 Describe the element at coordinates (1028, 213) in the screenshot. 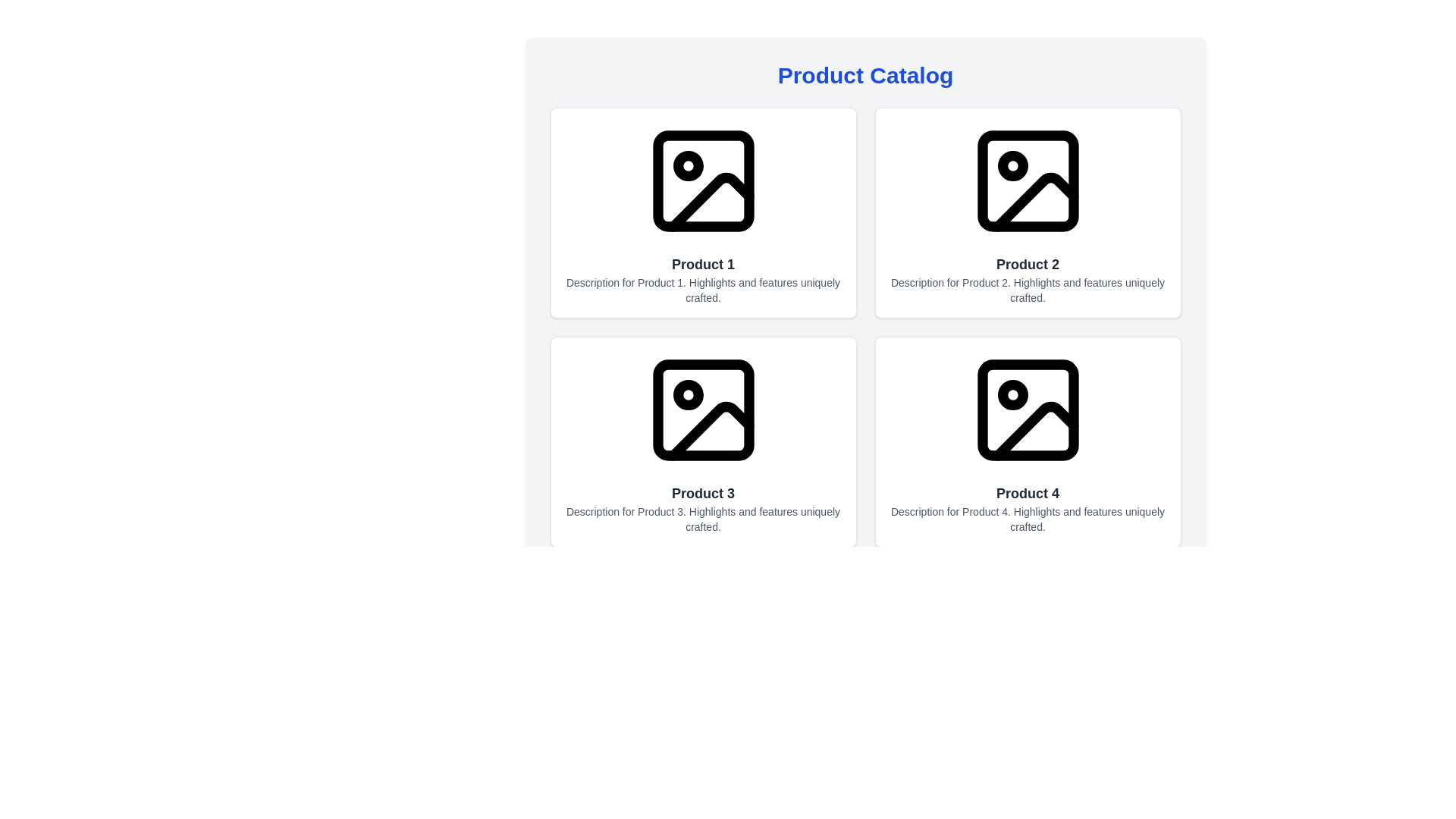

I see `the card element featuring the title 'Product 2', which includes an image placeholder icon at the top and a description beneath` at that location.